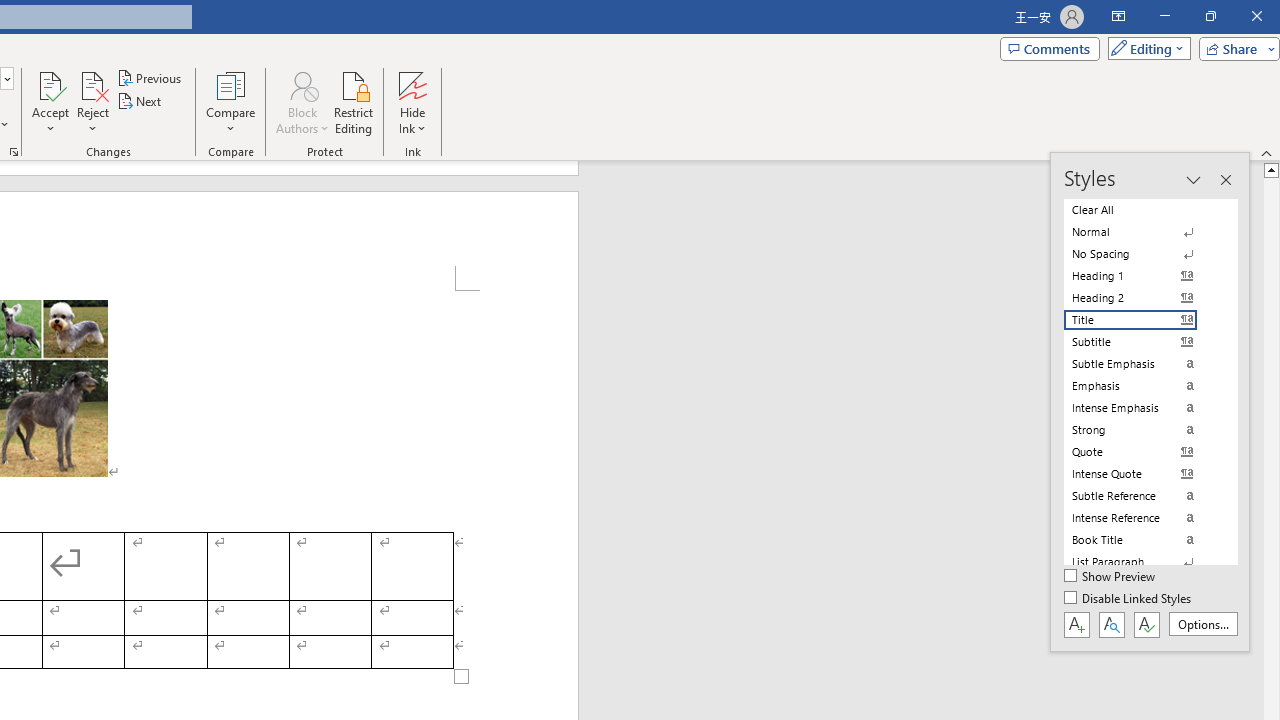  I want to click on 'Accept', so click(50, 103).